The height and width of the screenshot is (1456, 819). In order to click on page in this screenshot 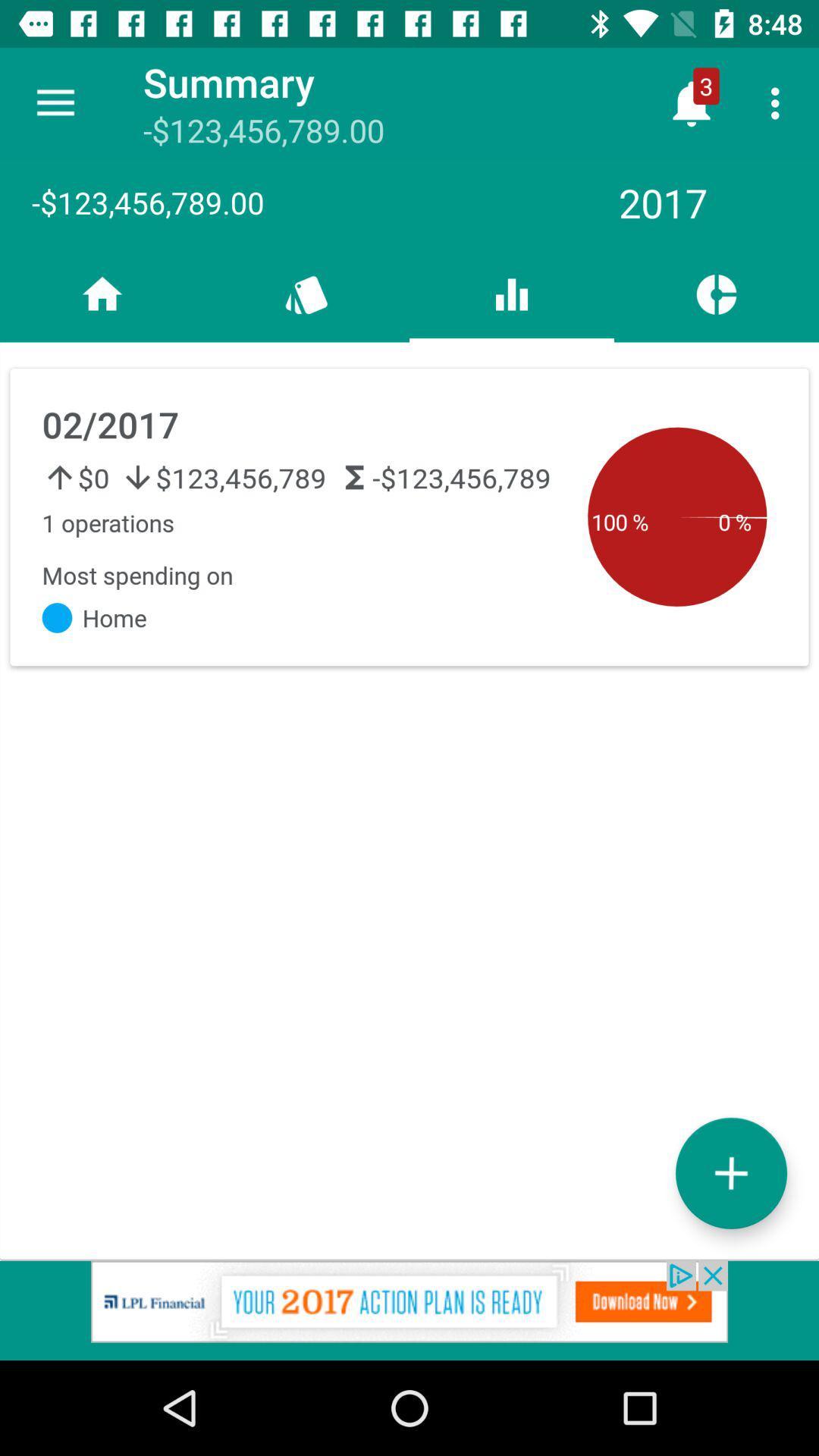, I will do `click(730, 1172)`.